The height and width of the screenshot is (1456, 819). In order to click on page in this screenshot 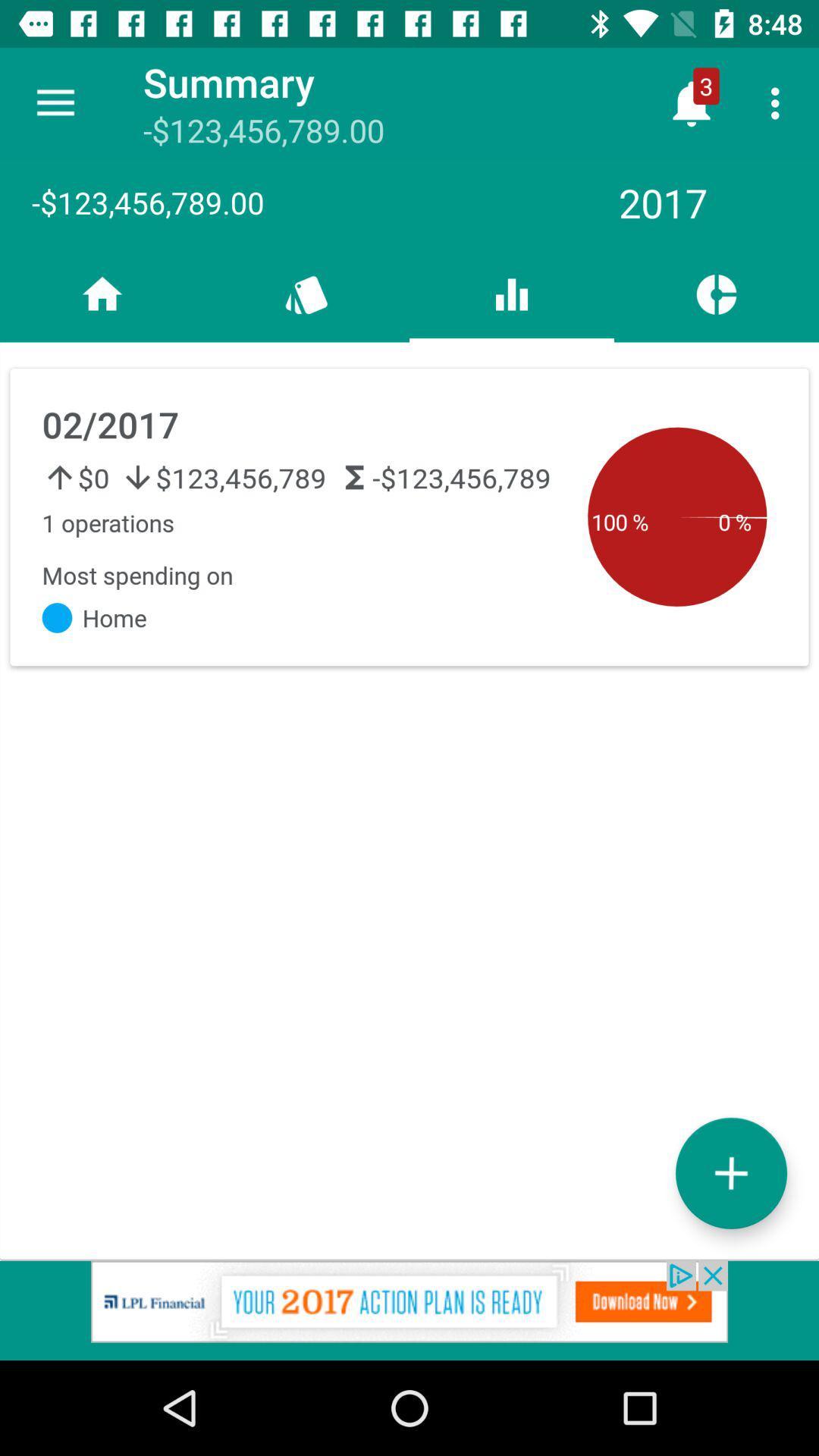, I will do `click(730, 1172)`.